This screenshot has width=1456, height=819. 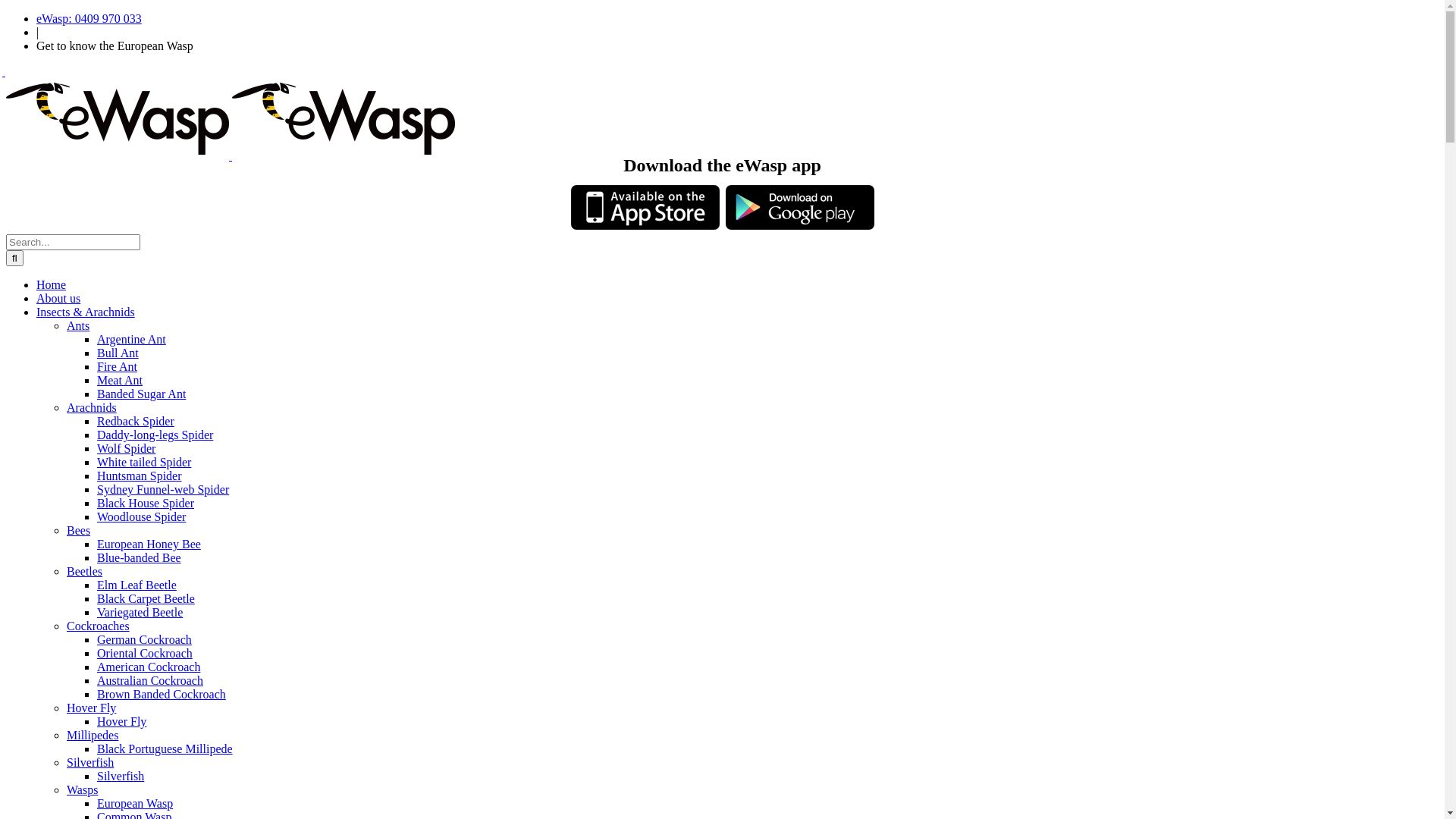 I want to click on 'Brown Banded Cockroach', so click(x=96, y=694).